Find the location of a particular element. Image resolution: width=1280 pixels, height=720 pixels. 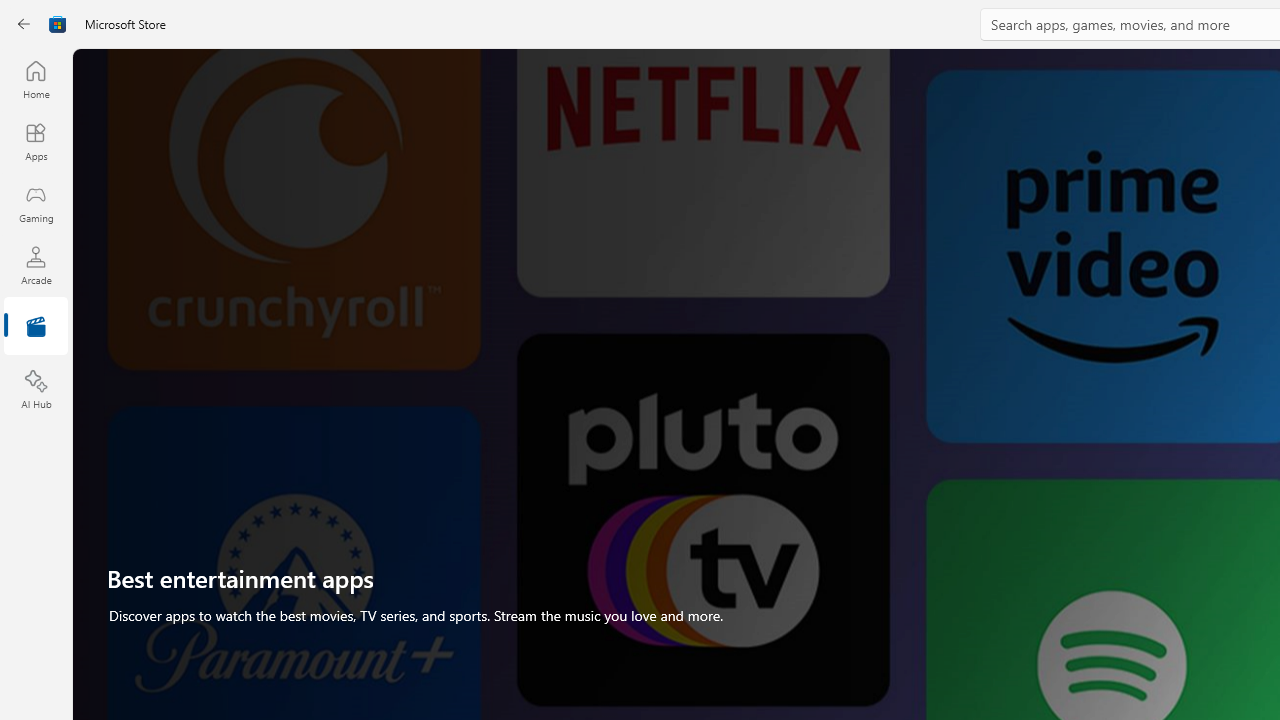

'Entertainment' is located at coordinates (35, 326).